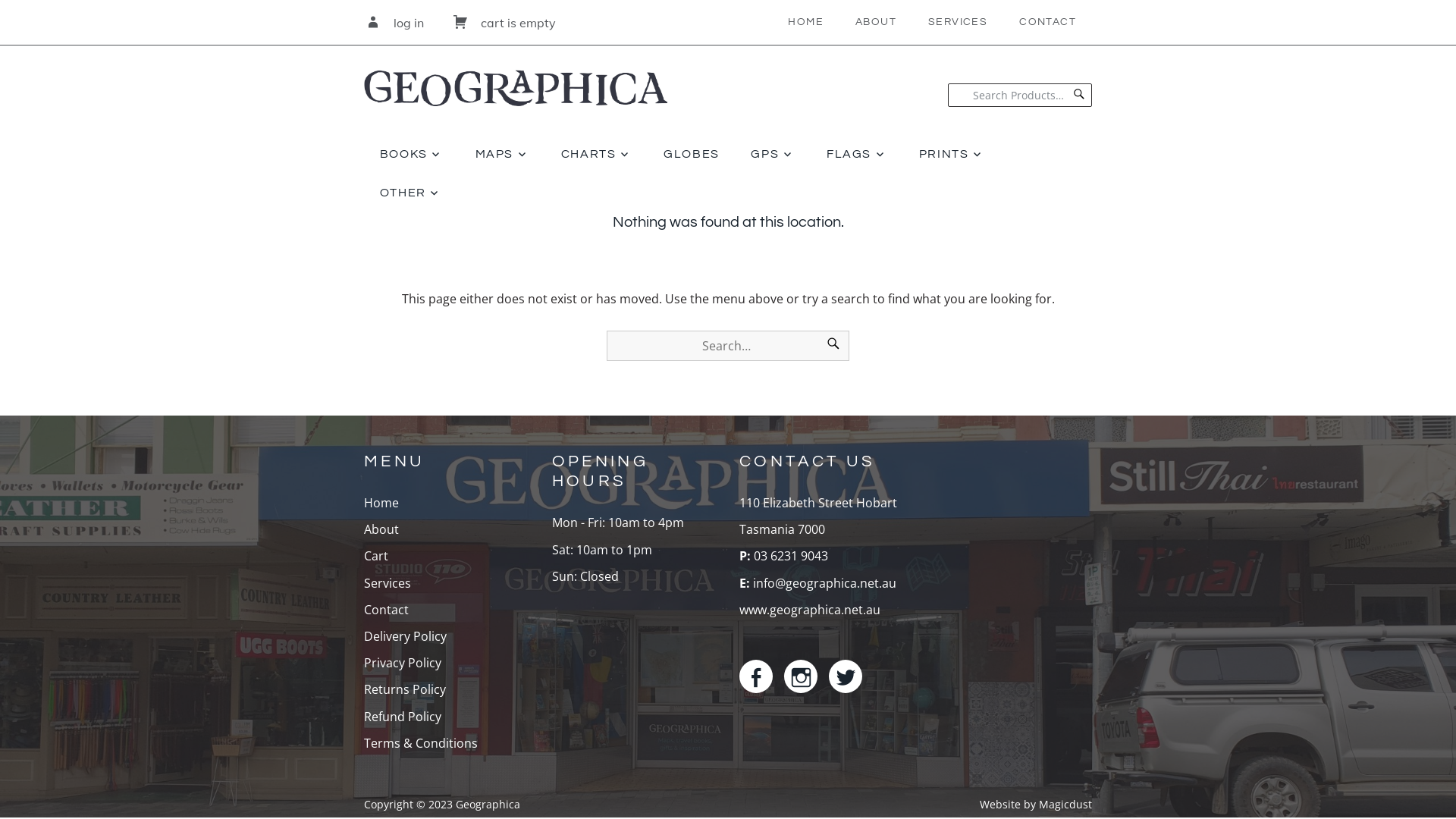 The width and height of the screenshot is (1456, 819). Describe the element at coordinates (375, 555) in the screenshot. I see `'Cart'` at that location.